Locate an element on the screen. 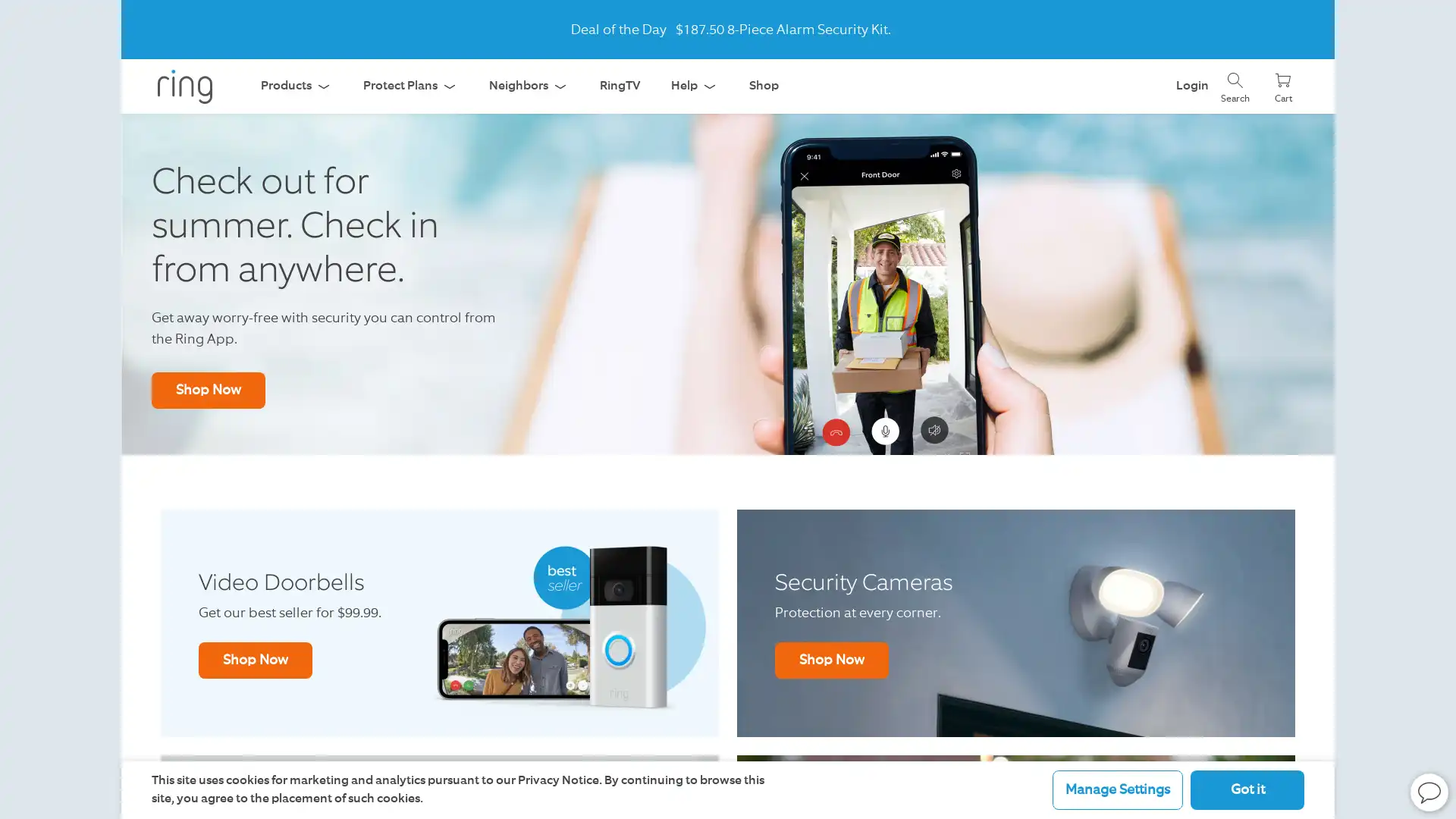 Image resolution: width=1456 pixels, height=819 pixels. Shop Now is located at coordinates (255, 660).